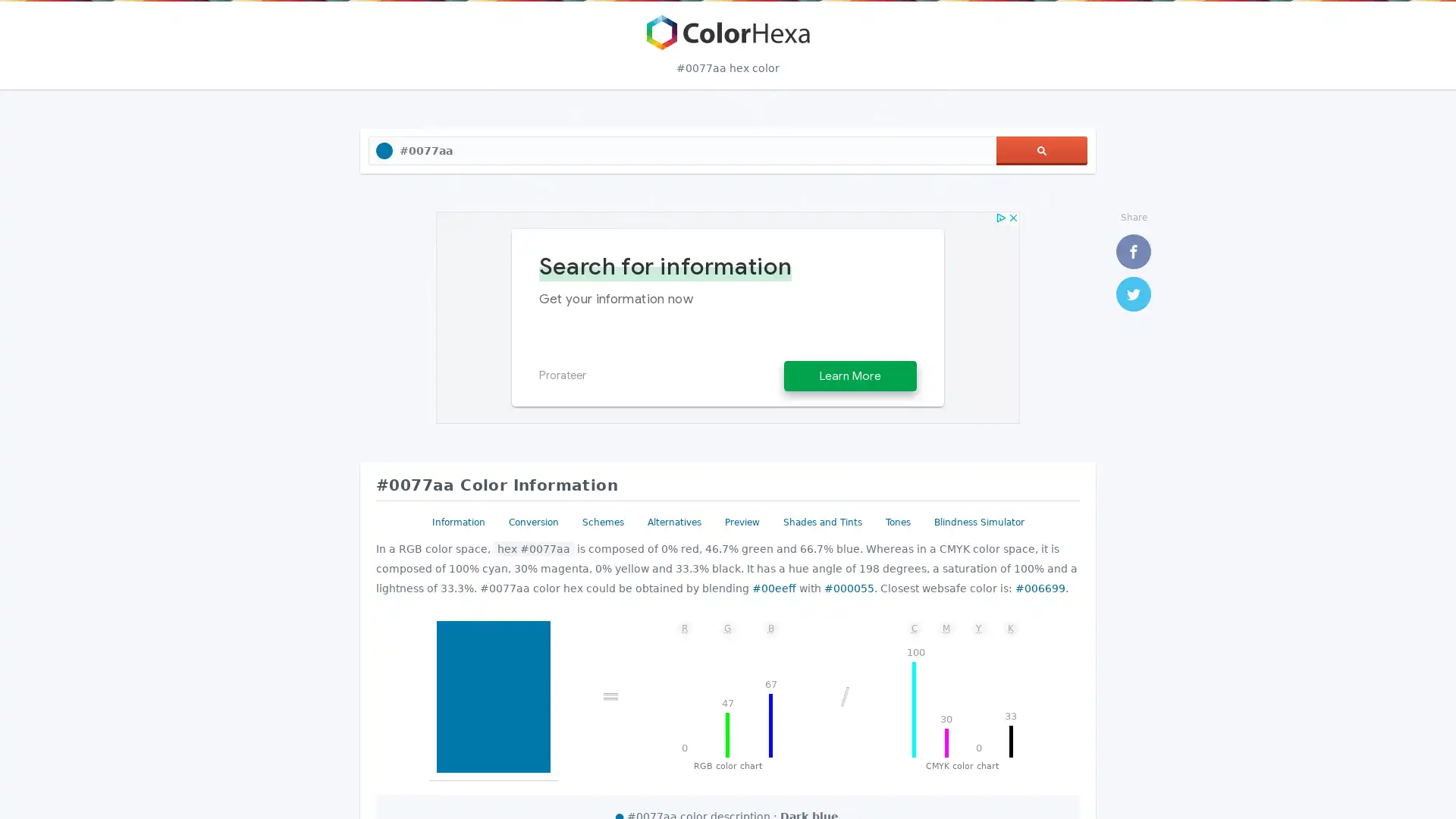 The height and width of the screenshot is (819, 1456). What do you see at coordinates (1040, 151) in the screenshot?
I see `Search` at bounding box center [1040, 151].